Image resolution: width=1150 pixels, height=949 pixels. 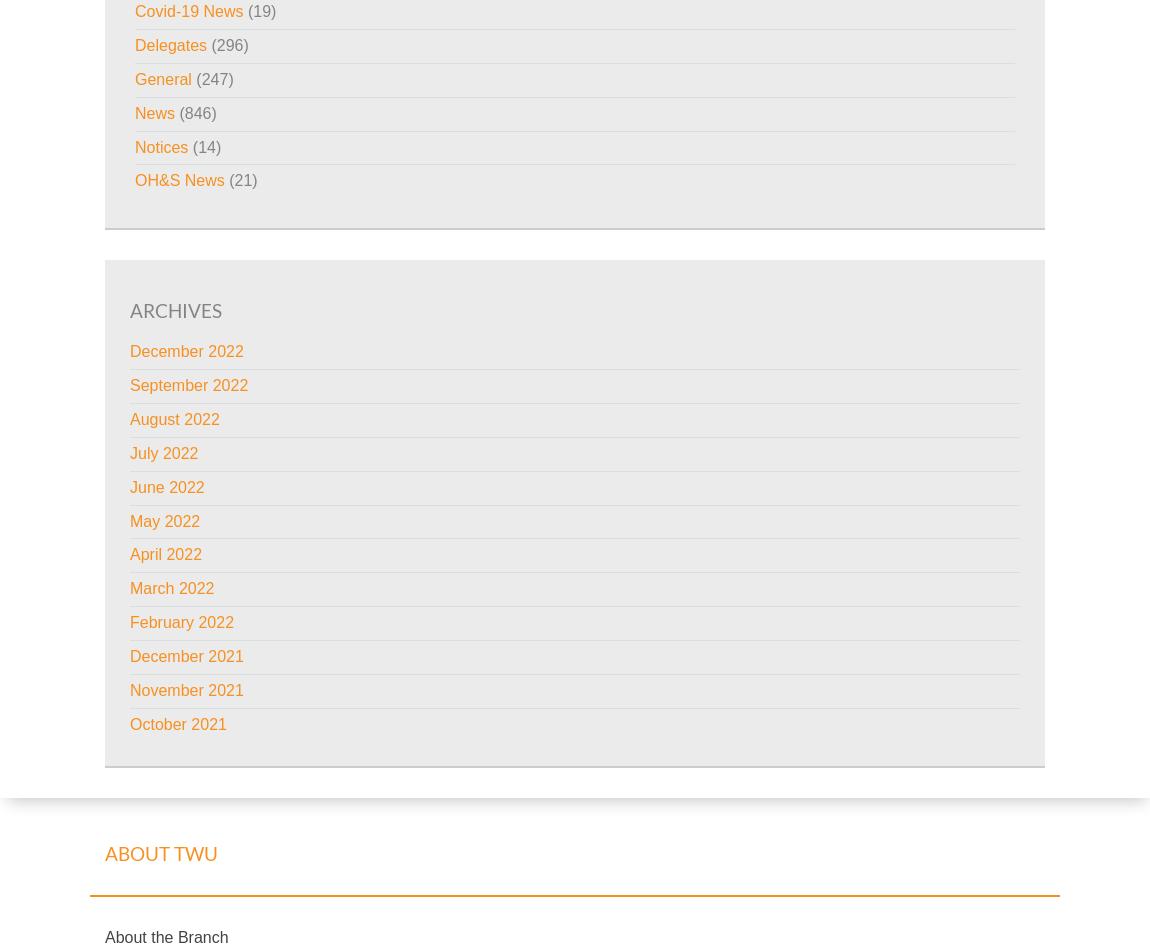 What do you see at coordinates (154, 112) in the screenshot?
I see `'News'` at bounding box center [154, 112].